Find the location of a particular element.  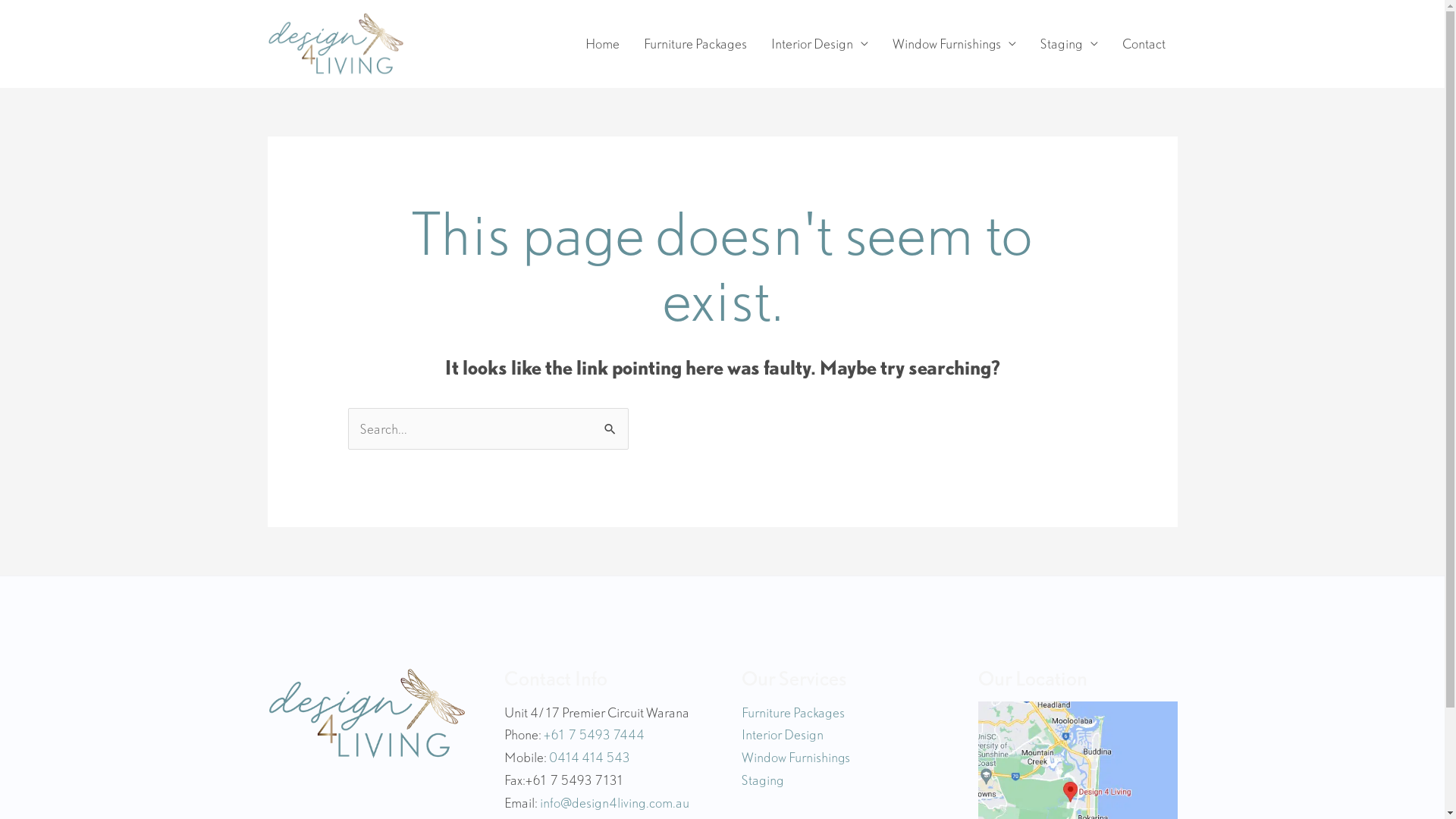

'0414 414 543' is located at coordinates (588, 757).